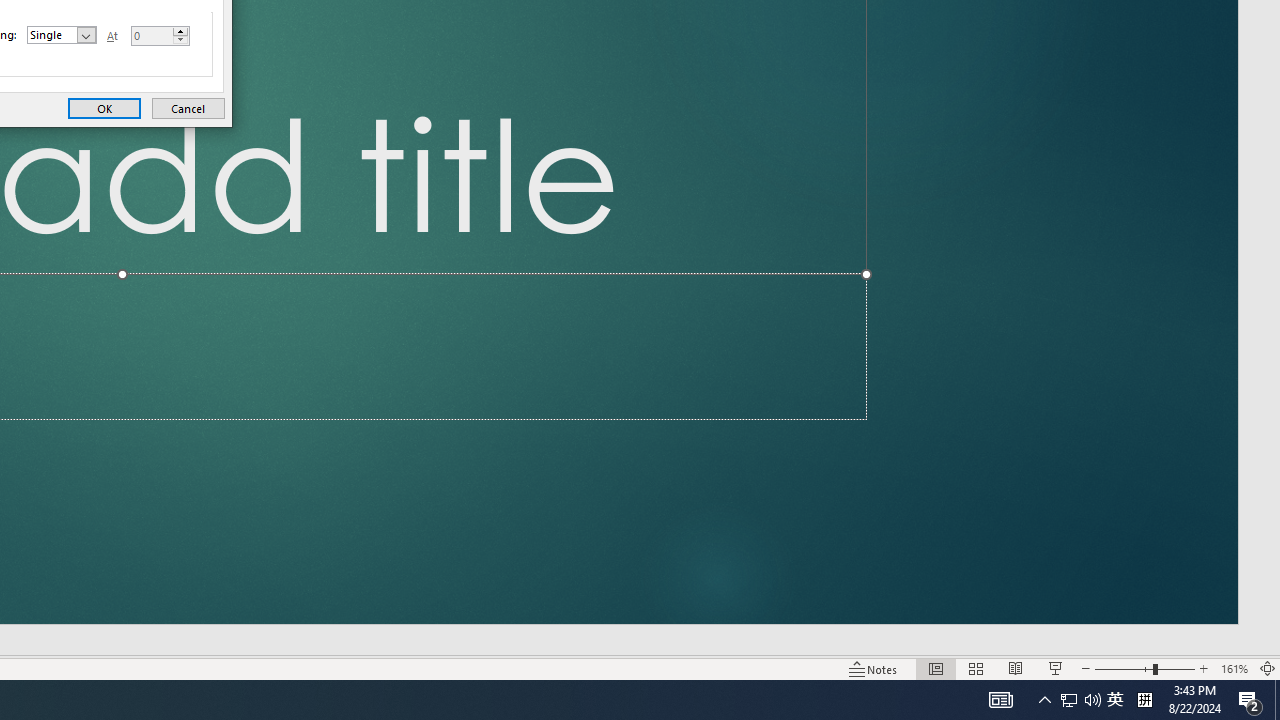 The height and width of the screenshot is (720, 1280). What do you see at coordinates (62, 34) in the screenshot?
I see `'Line Spacing'` at bounding box center [62, 34].